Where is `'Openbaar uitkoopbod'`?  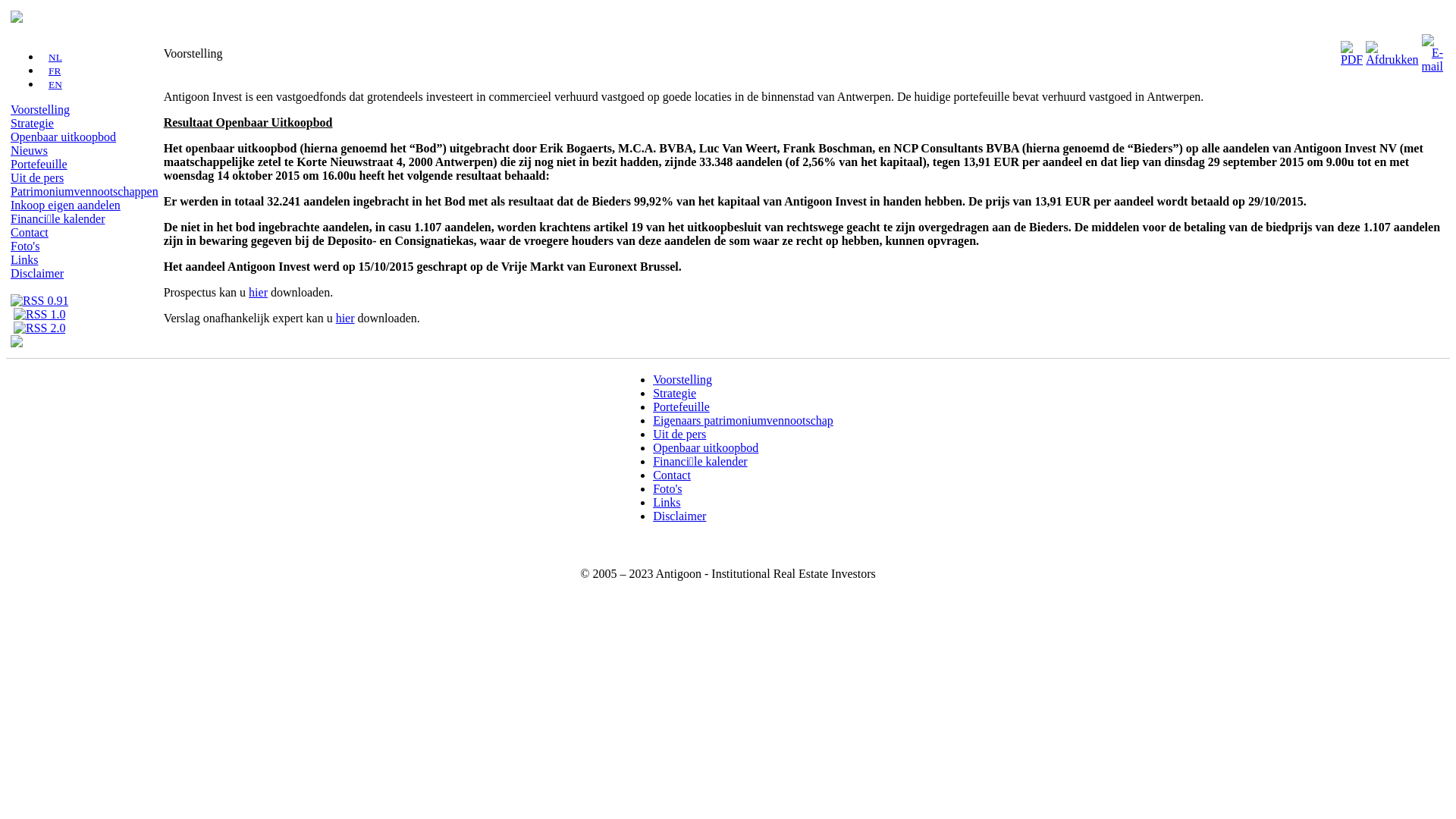 'Openbaar uitkoopbod' is located at coordinates (704, 447).